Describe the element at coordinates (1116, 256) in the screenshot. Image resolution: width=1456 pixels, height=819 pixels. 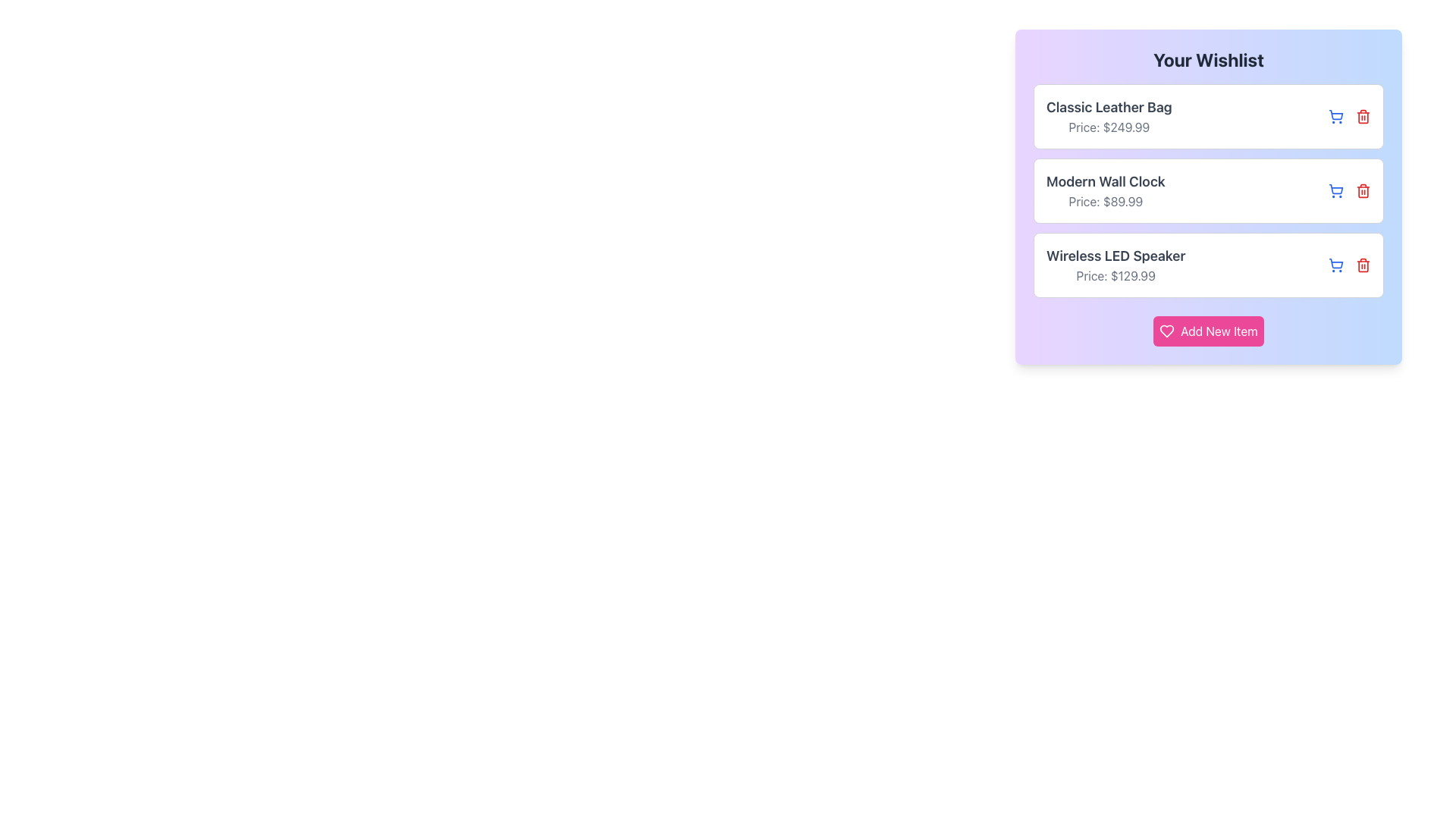
I see `the static text display element that shows 'Wireless LED Speaker', which is located in the bottom card of the 'Your Wishlist' section` at that location.